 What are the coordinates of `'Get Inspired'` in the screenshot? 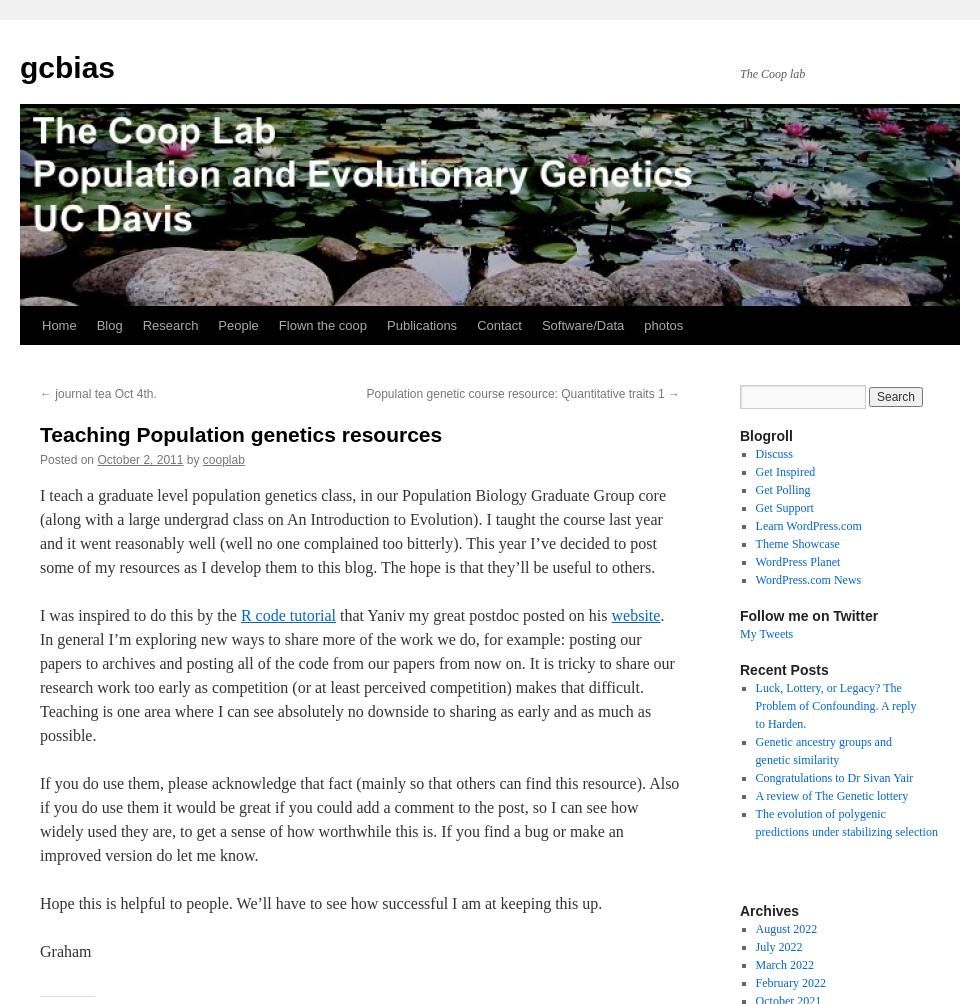 It's located at (754, 470).